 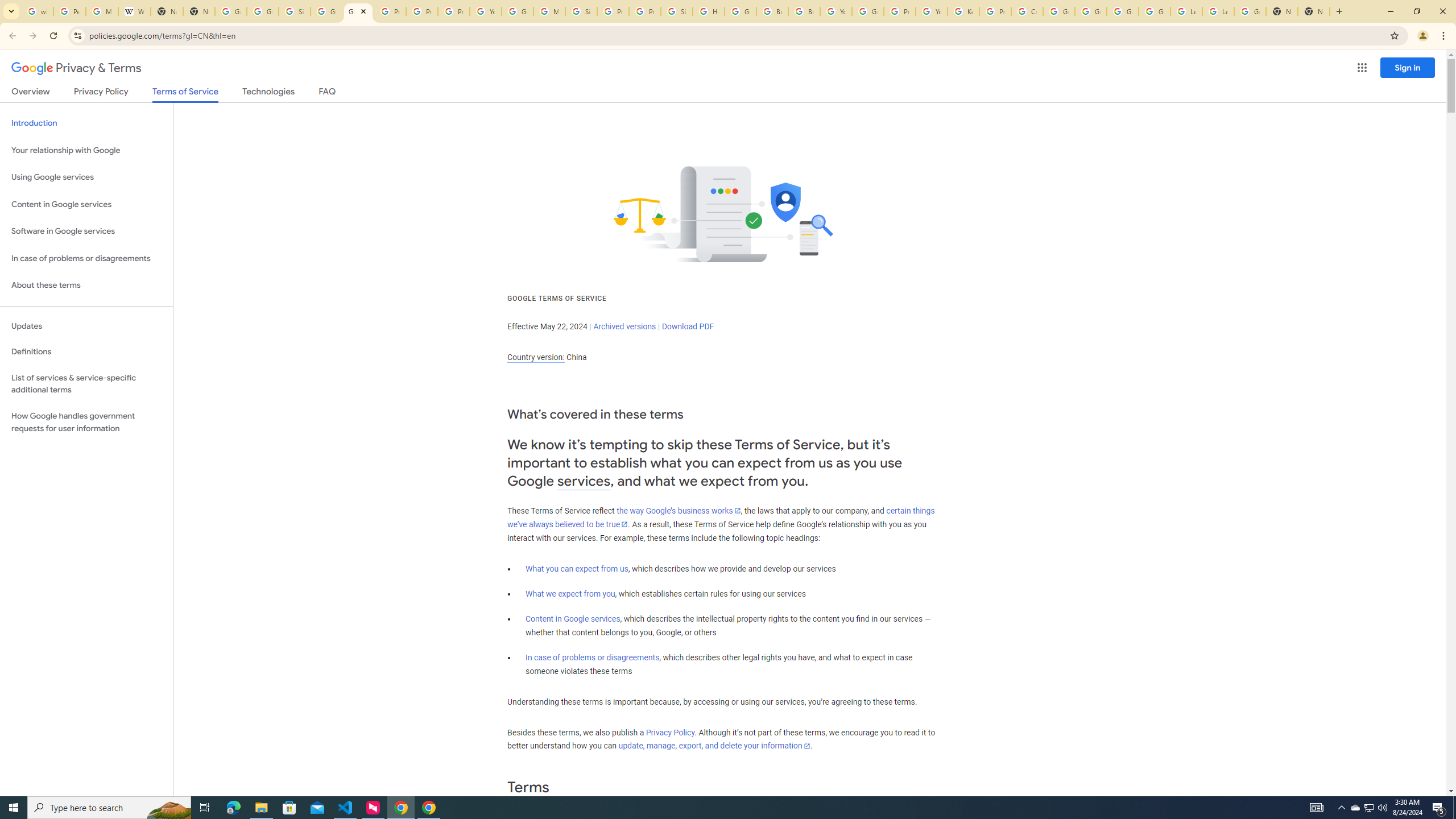 What do you see at coordinates (577, 568) in the screenshot?
I see `'What you can expect from us'` at bounding box center [577, 568].